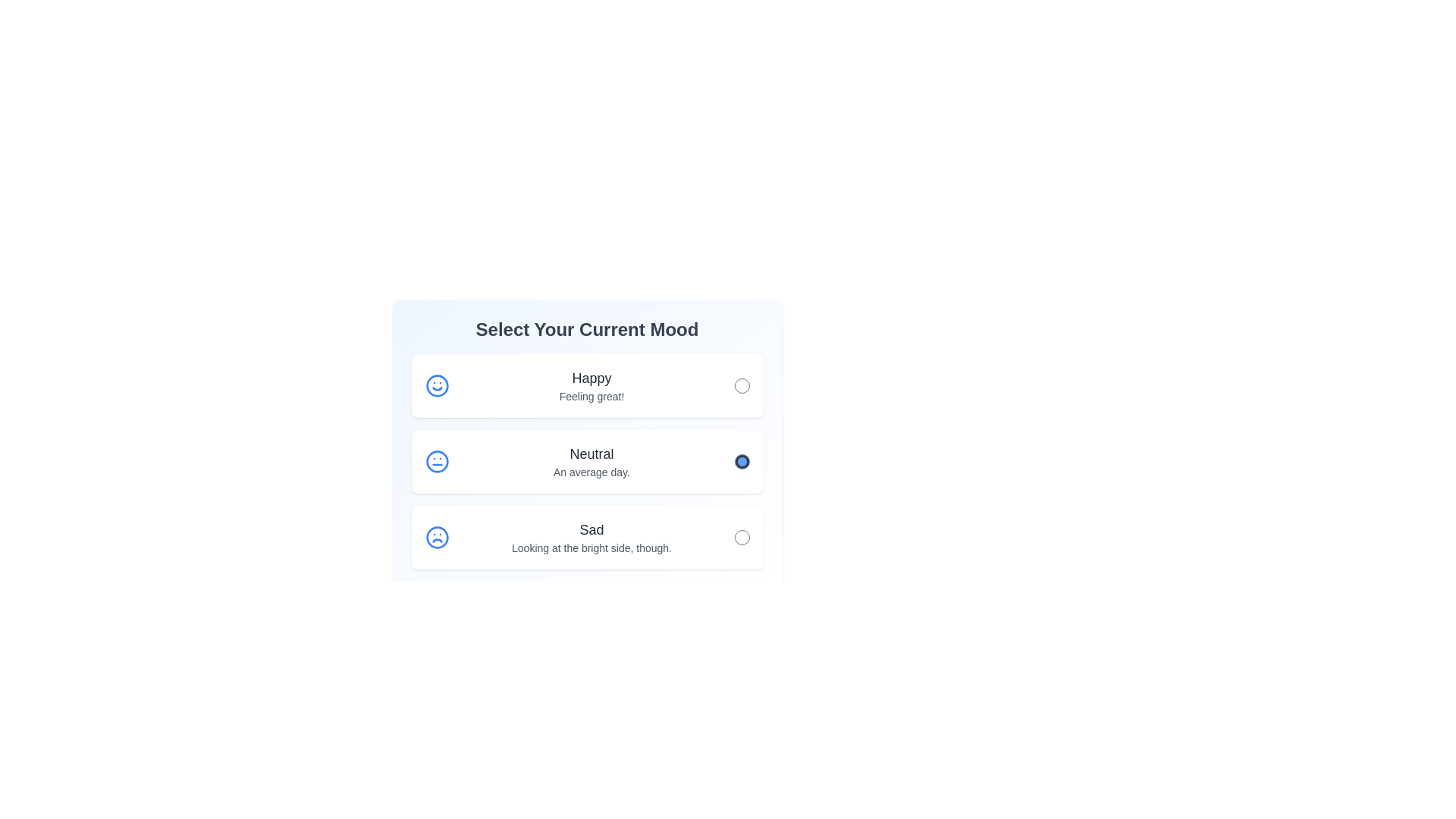 The image size is (1456, 819). What do you see at coordinates (436, 385) in the screenshot?
I see `the happy mood icon in the mood selection interface, which is the leftmost component of the first entry next to the 'Happy' title` at bounding box center [436, 385].